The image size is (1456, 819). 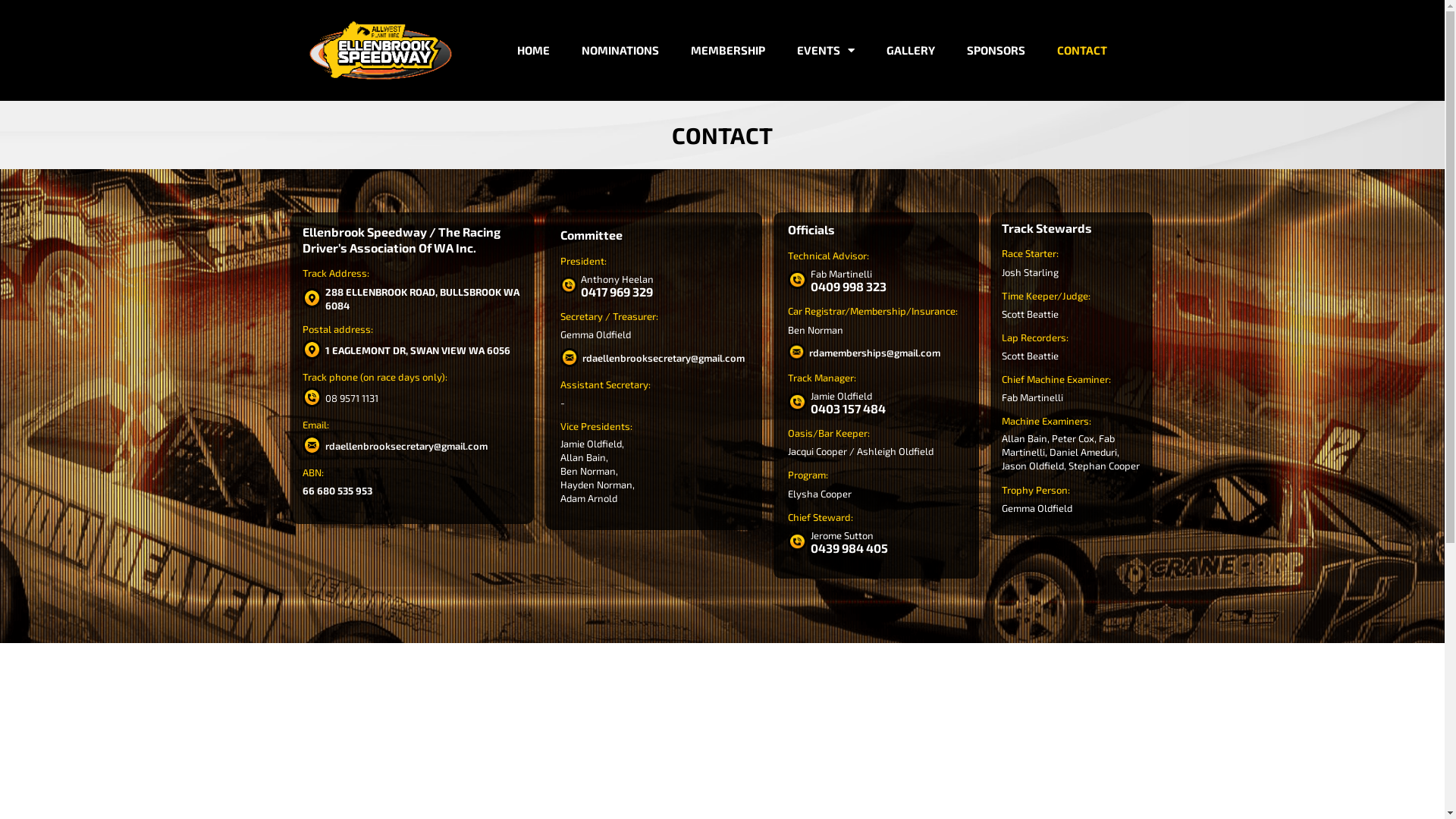 I want to click on 'MEMBERSHIP', so click(x=728, y=49).